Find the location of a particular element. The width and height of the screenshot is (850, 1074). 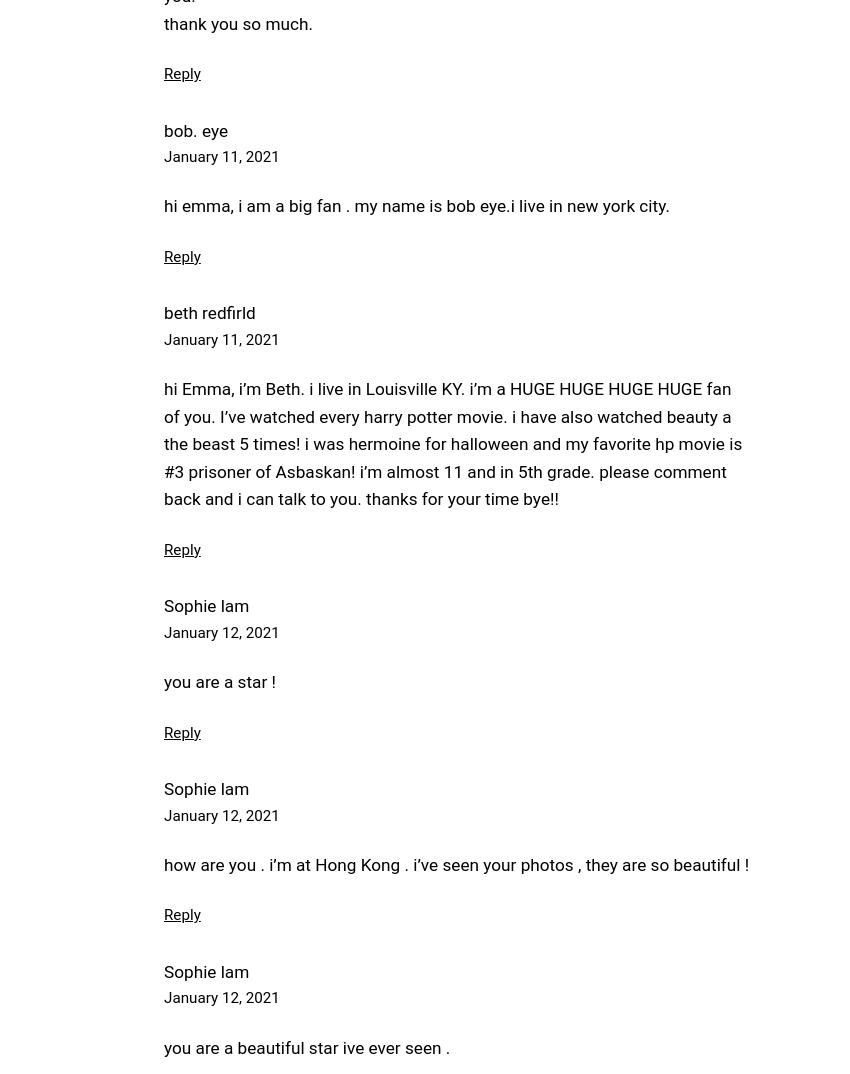

'thank you so much.' is located at coordinates (238, 21).